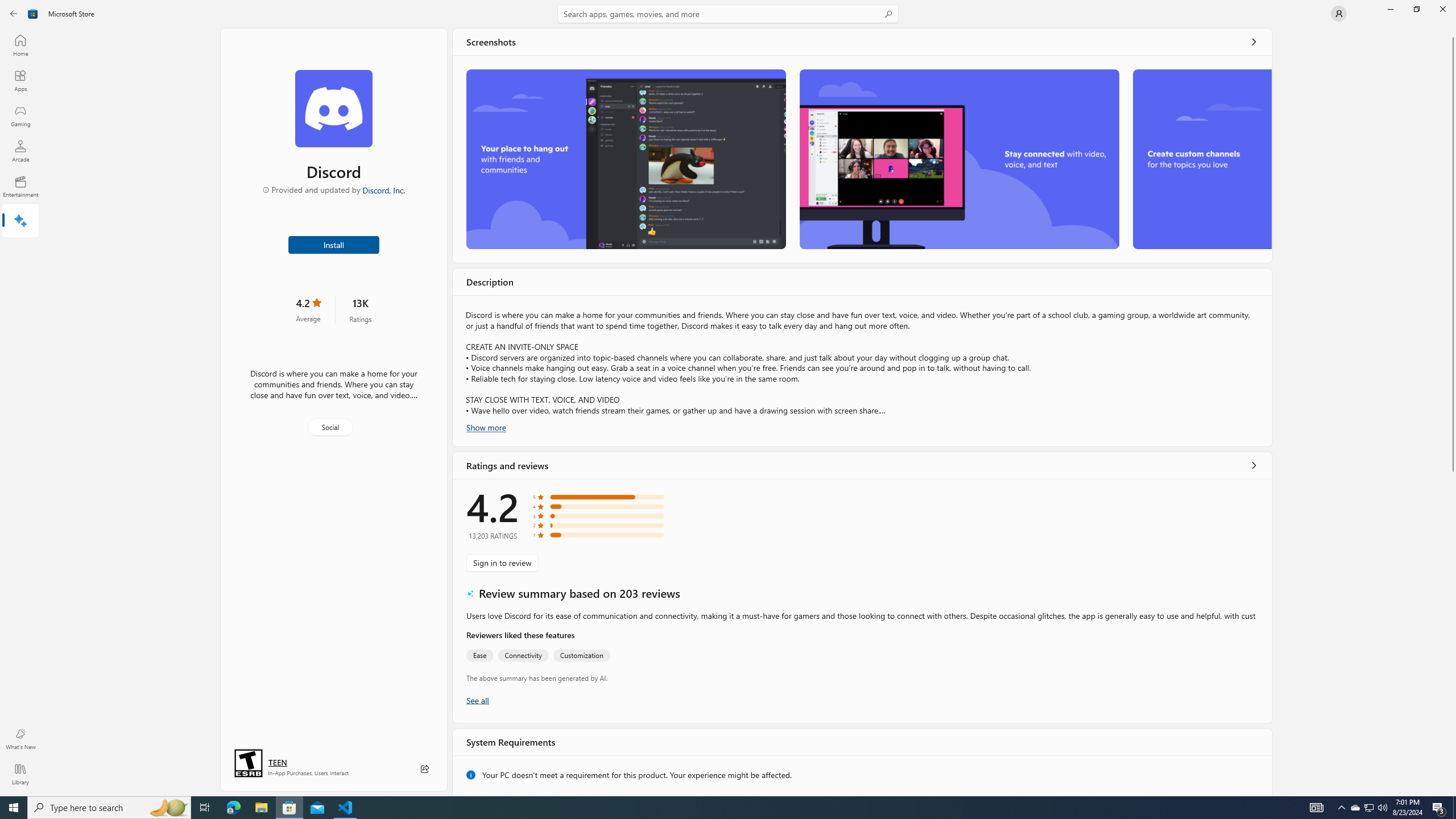  I want to click on 'Back', so click(14, 13).